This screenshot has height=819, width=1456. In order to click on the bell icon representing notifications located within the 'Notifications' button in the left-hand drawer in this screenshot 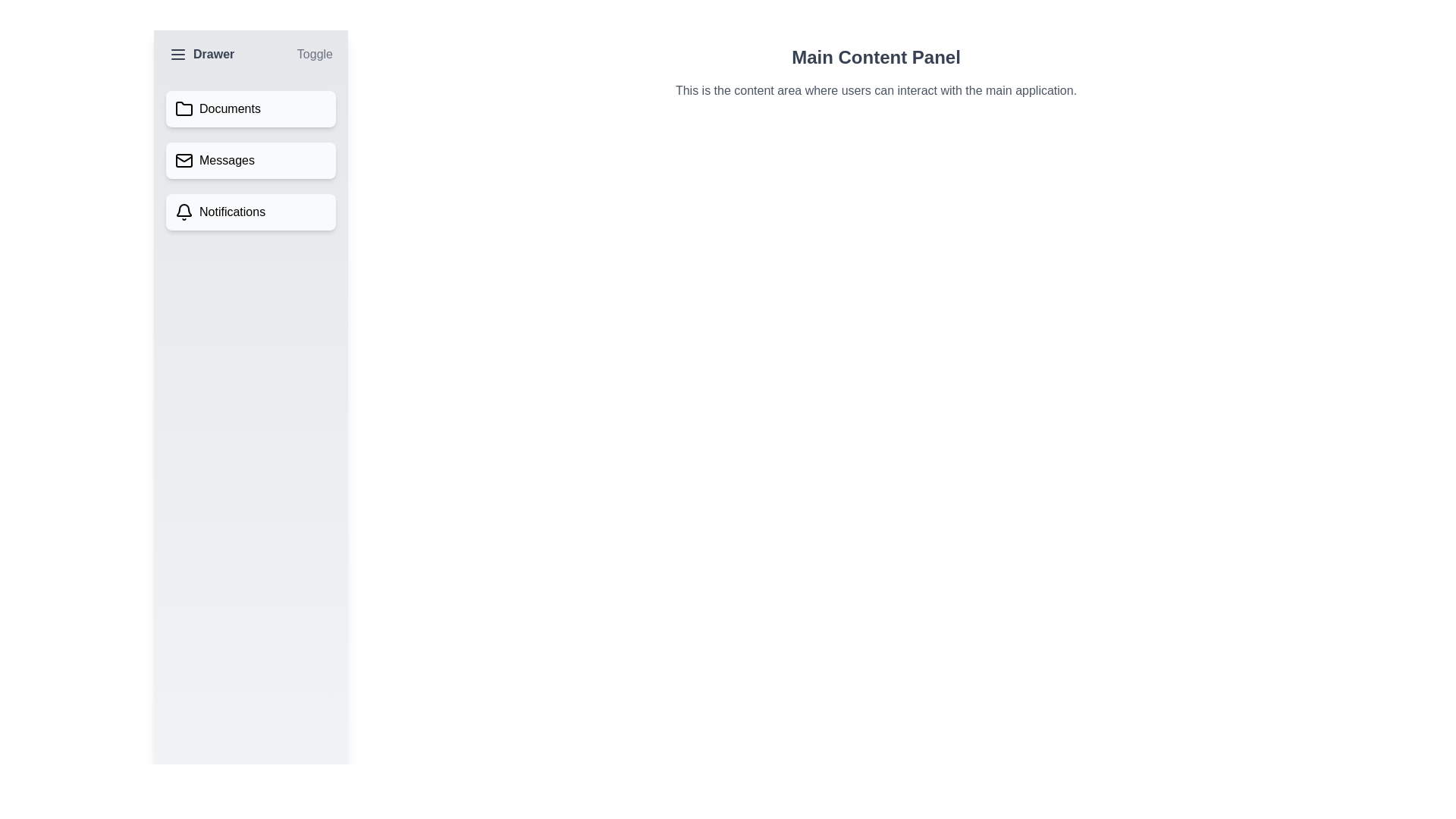, I will do `click(184, 210)`.